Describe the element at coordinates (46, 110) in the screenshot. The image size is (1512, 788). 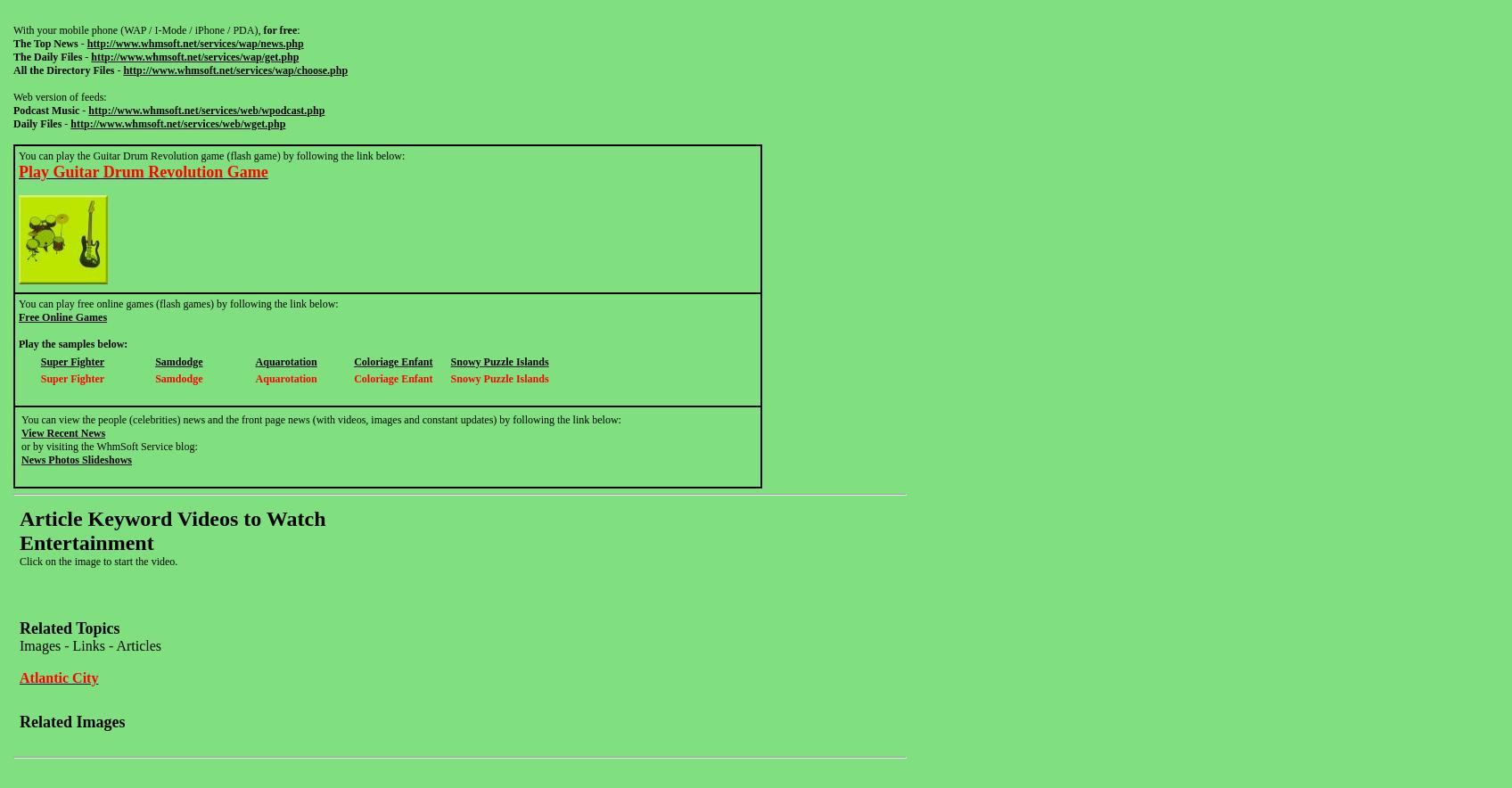
I see `'Podcast Music'` at that location.